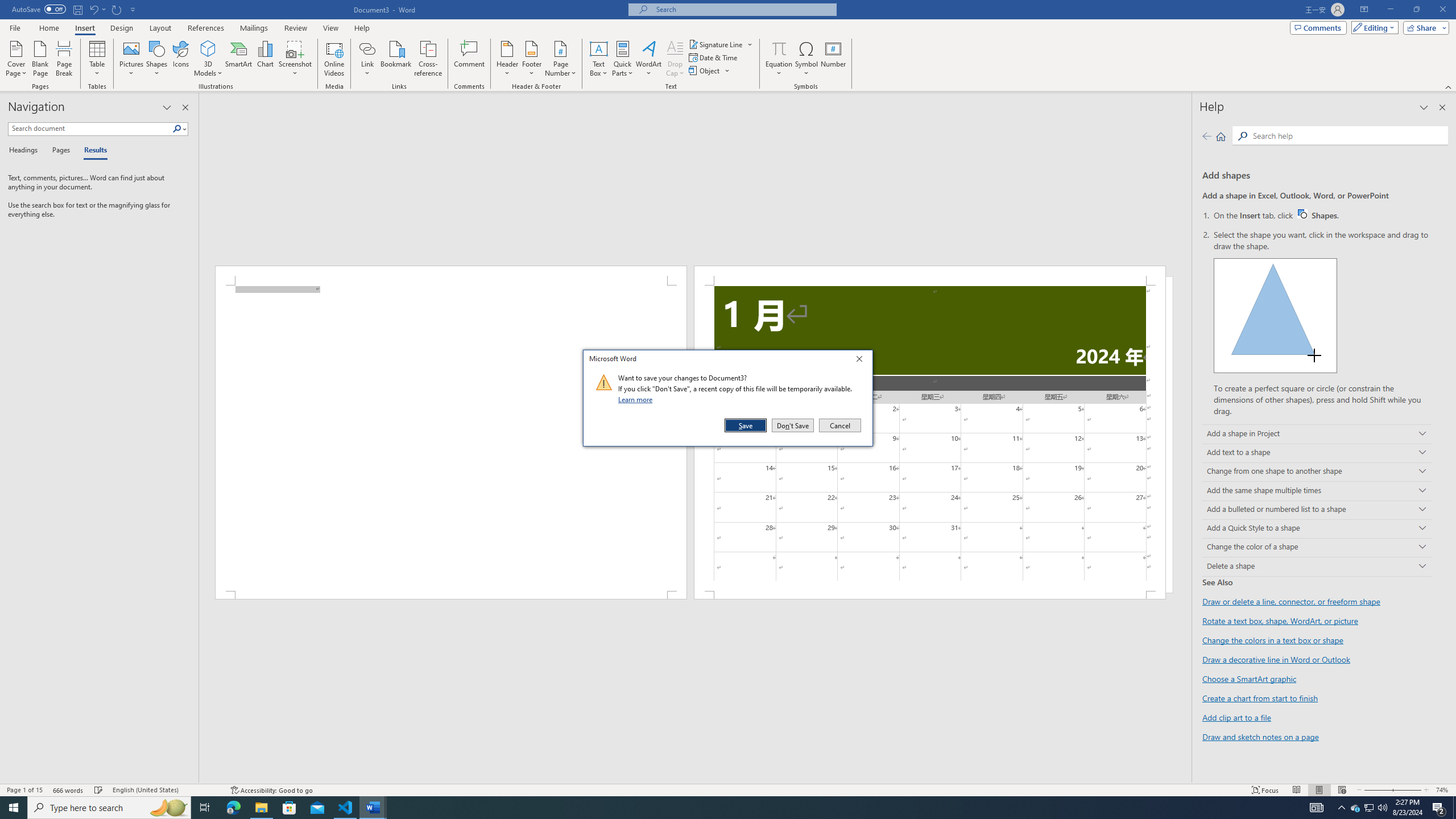 This screenshot has width=1456, height=819. Describe the element at coordinates (637, 399) in the screenshot. I see `'Learn more'` at that location.